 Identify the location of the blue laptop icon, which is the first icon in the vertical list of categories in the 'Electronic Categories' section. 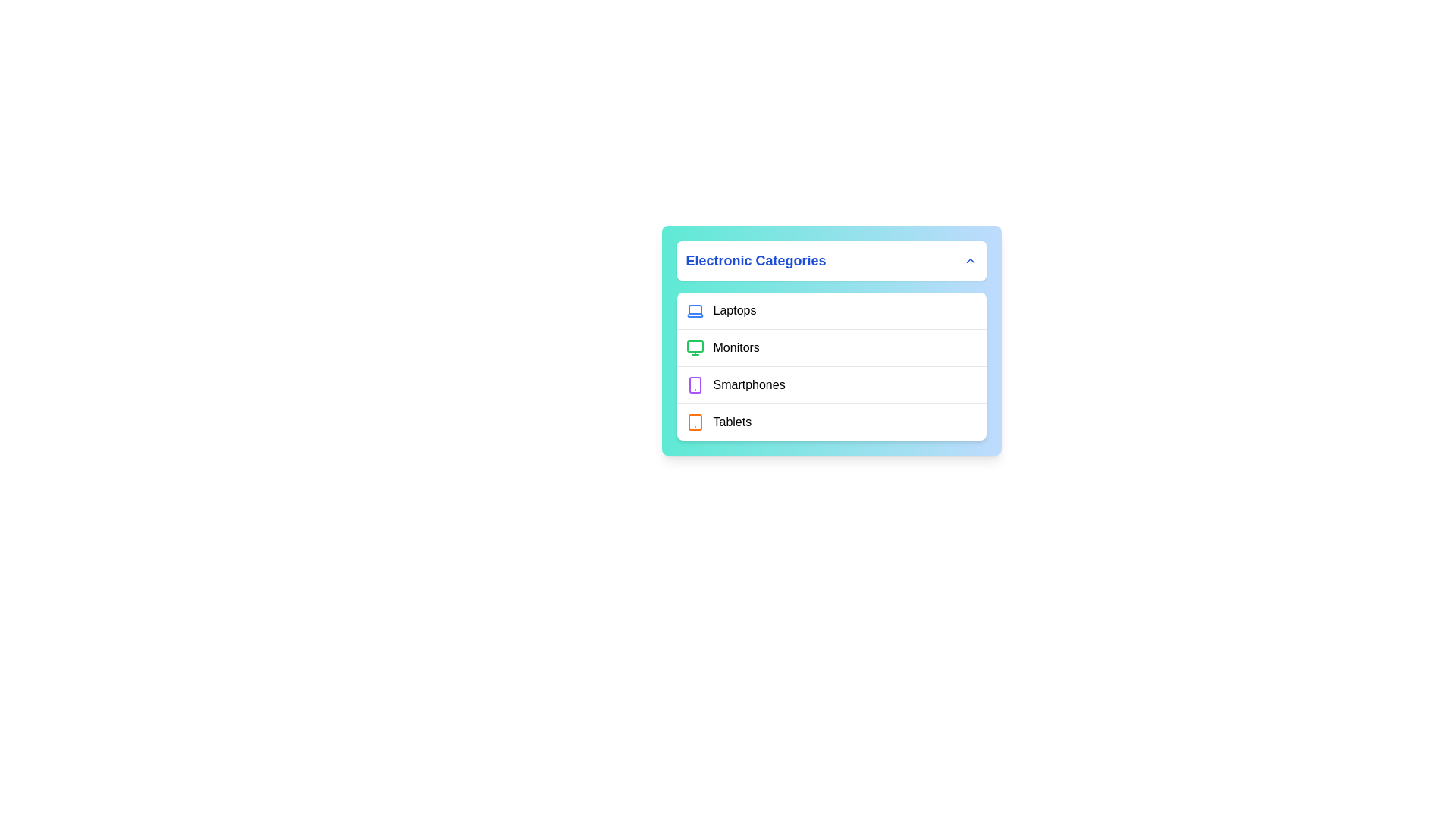
(694, 310).